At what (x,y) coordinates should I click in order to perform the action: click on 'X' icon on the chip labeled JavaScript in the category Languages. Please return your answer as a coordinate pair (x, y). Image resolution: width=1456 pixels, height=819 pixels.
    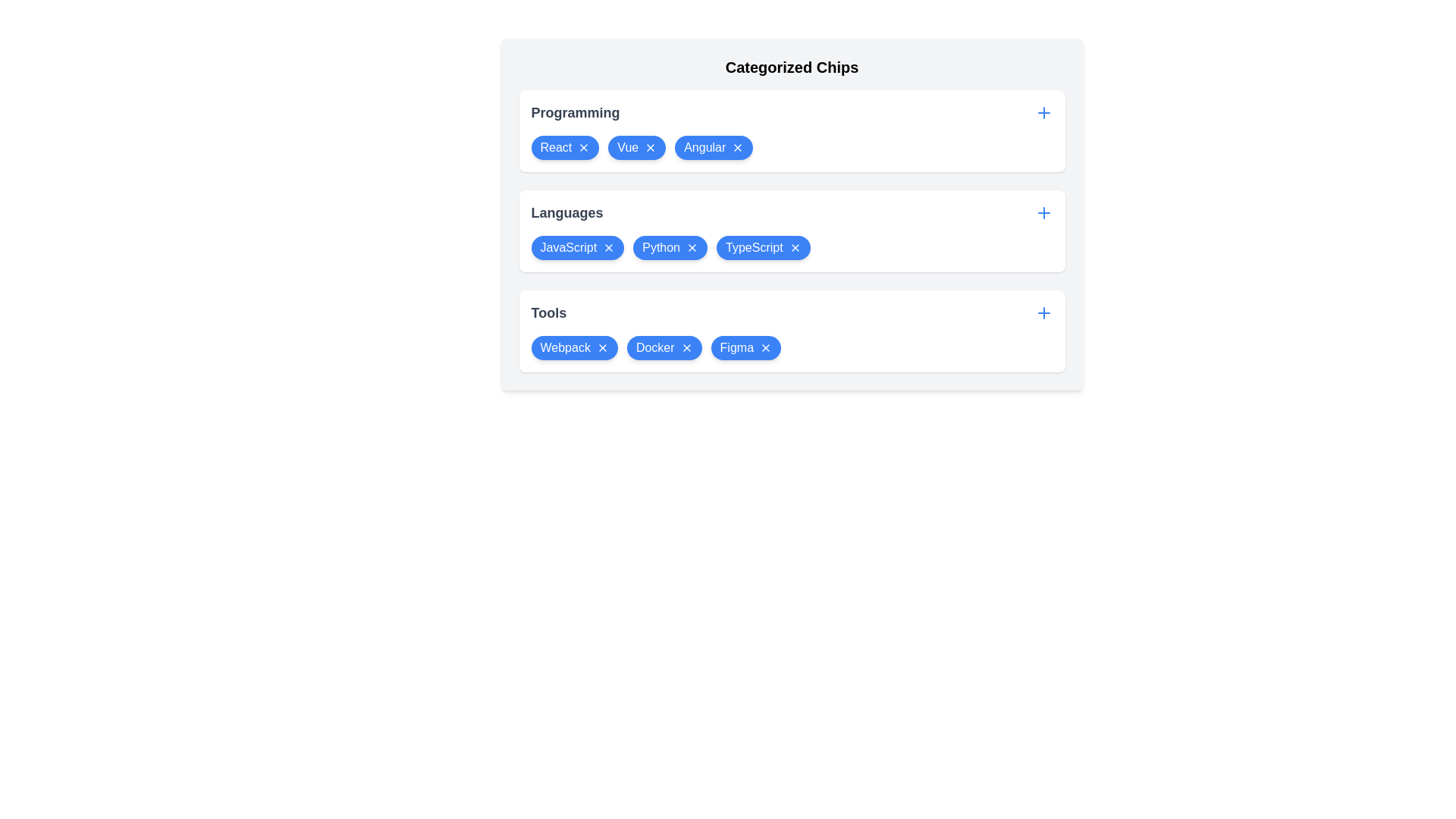
    Looking at the image, I should click on (609, 247).